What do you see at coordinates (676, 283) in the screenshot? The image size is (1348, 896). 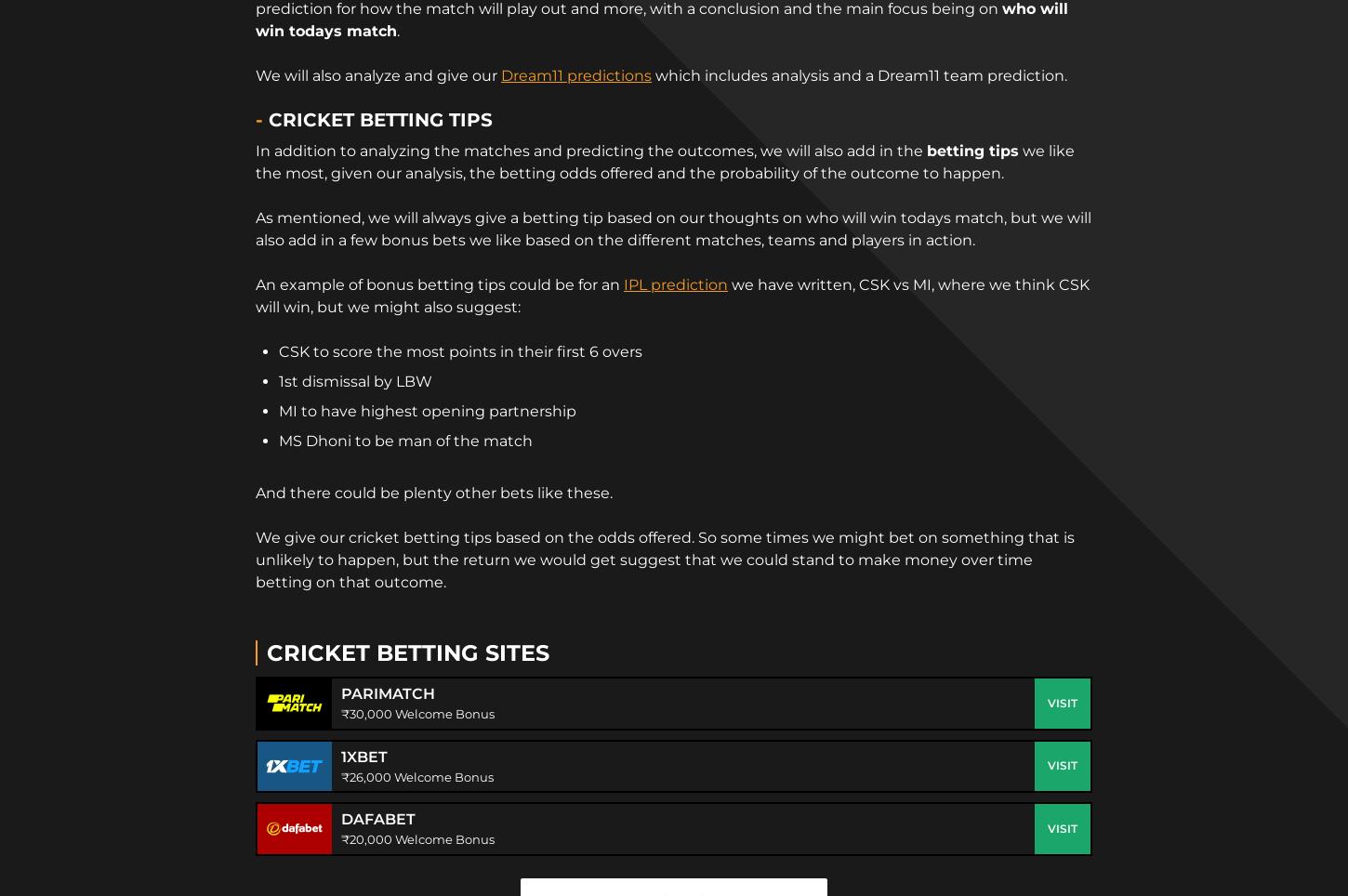 I see `'IPL prediction'` at bounding box center [676, 283].